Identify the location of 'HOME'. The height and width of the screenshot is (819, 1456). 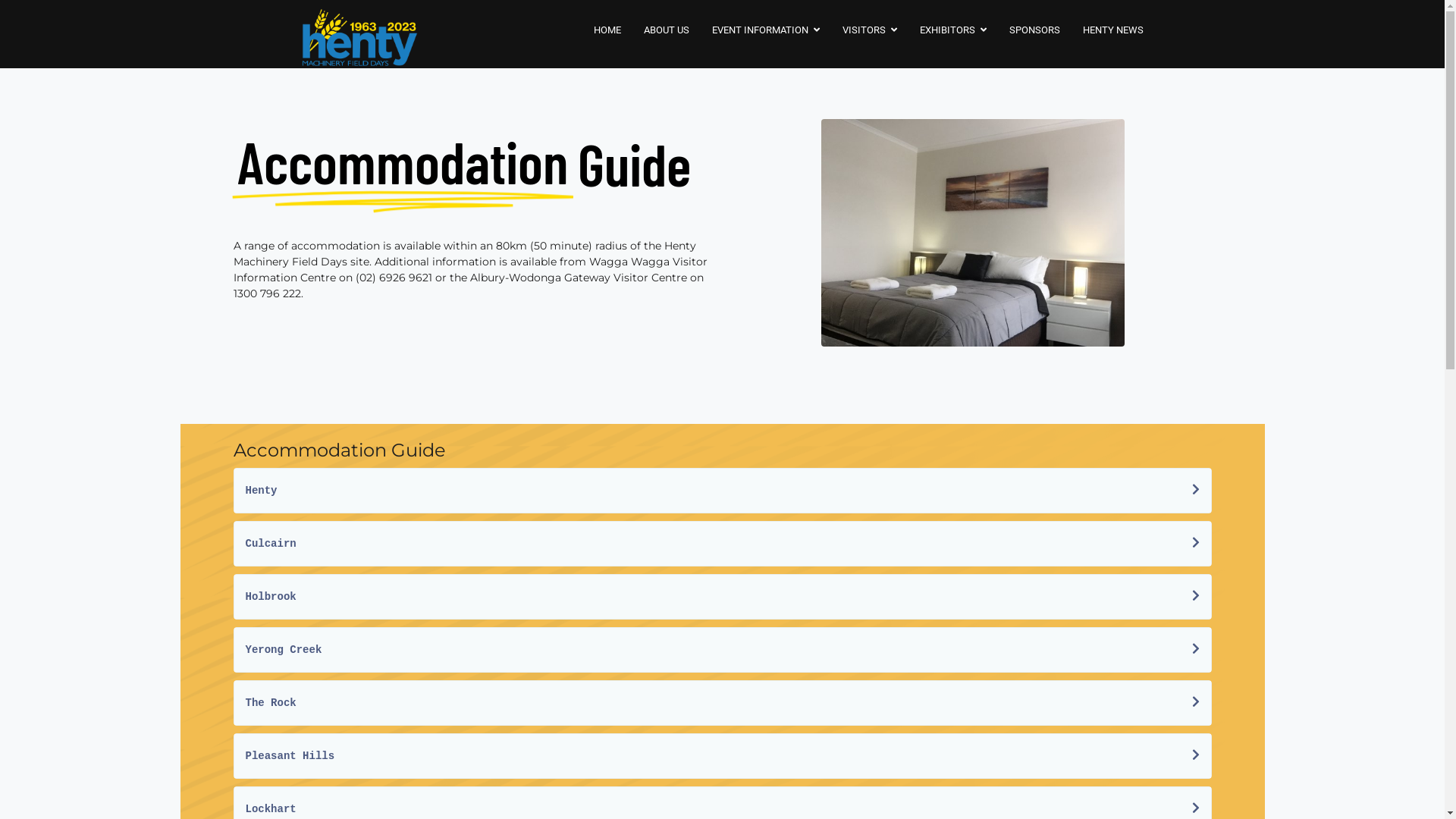
(607, 30).